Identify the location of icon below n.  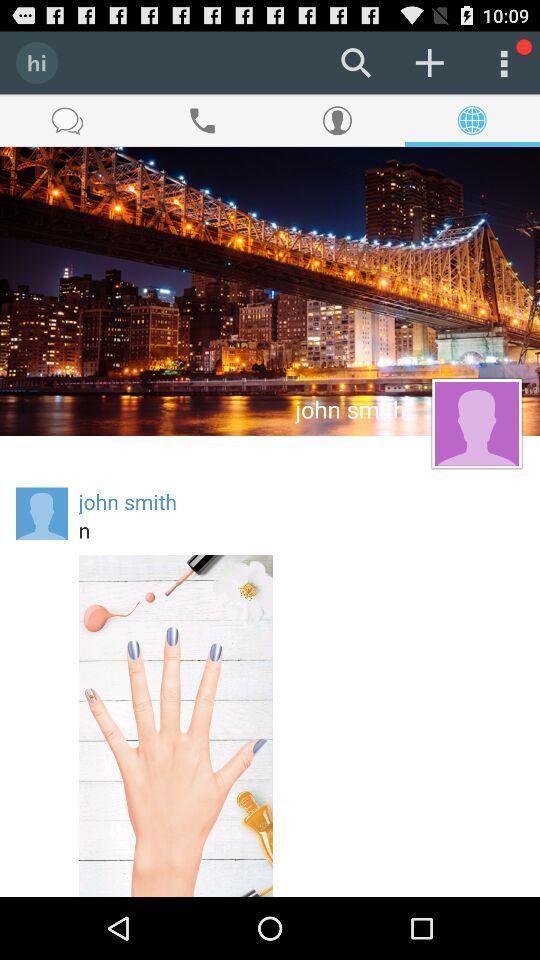
(175, 724).